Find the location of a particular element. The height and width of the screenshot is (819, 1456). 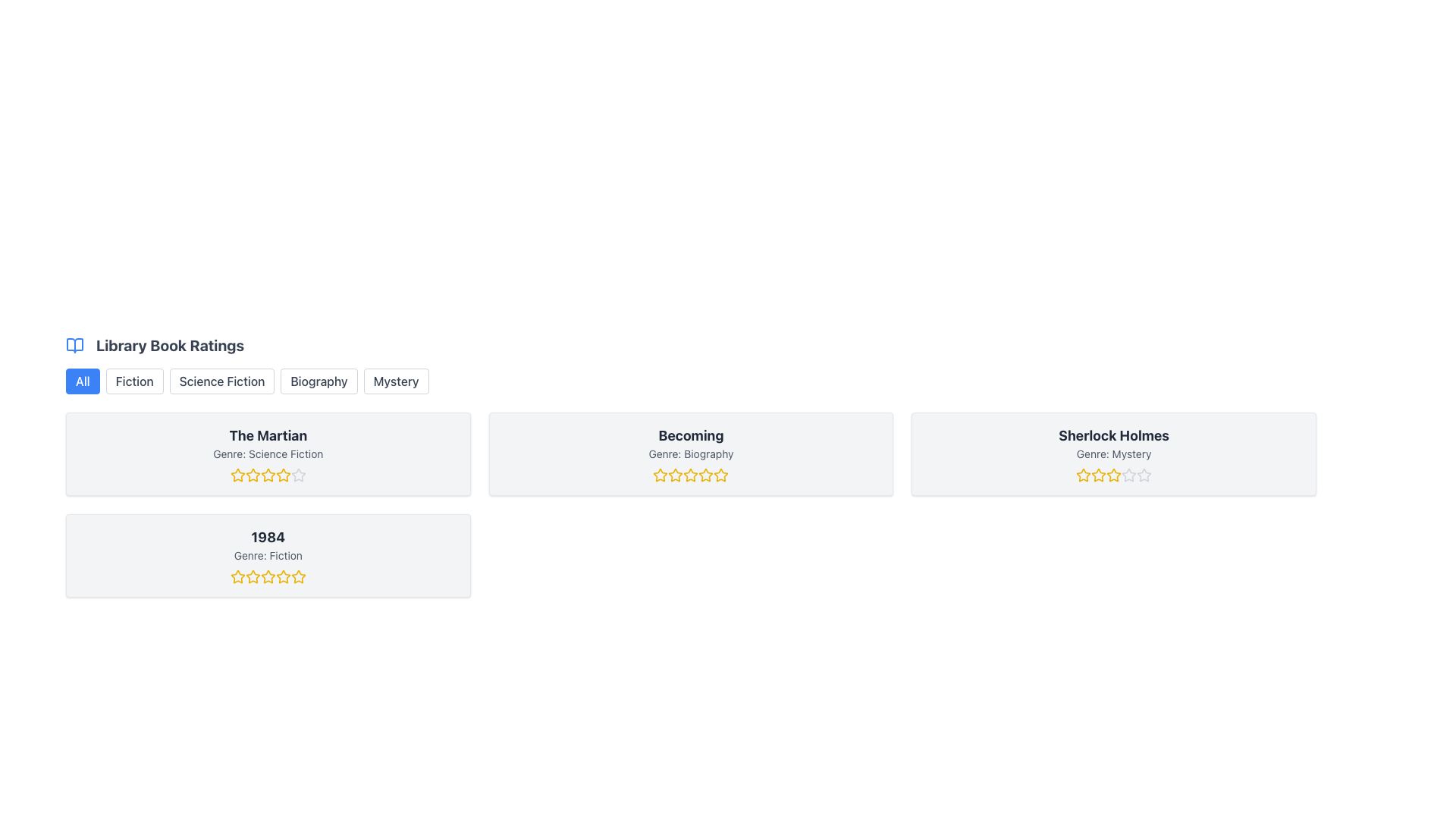

the fourth rating star in the horizontal arrangement under the '1984' book rating for visual feedback is located at coordinates (283, 576).